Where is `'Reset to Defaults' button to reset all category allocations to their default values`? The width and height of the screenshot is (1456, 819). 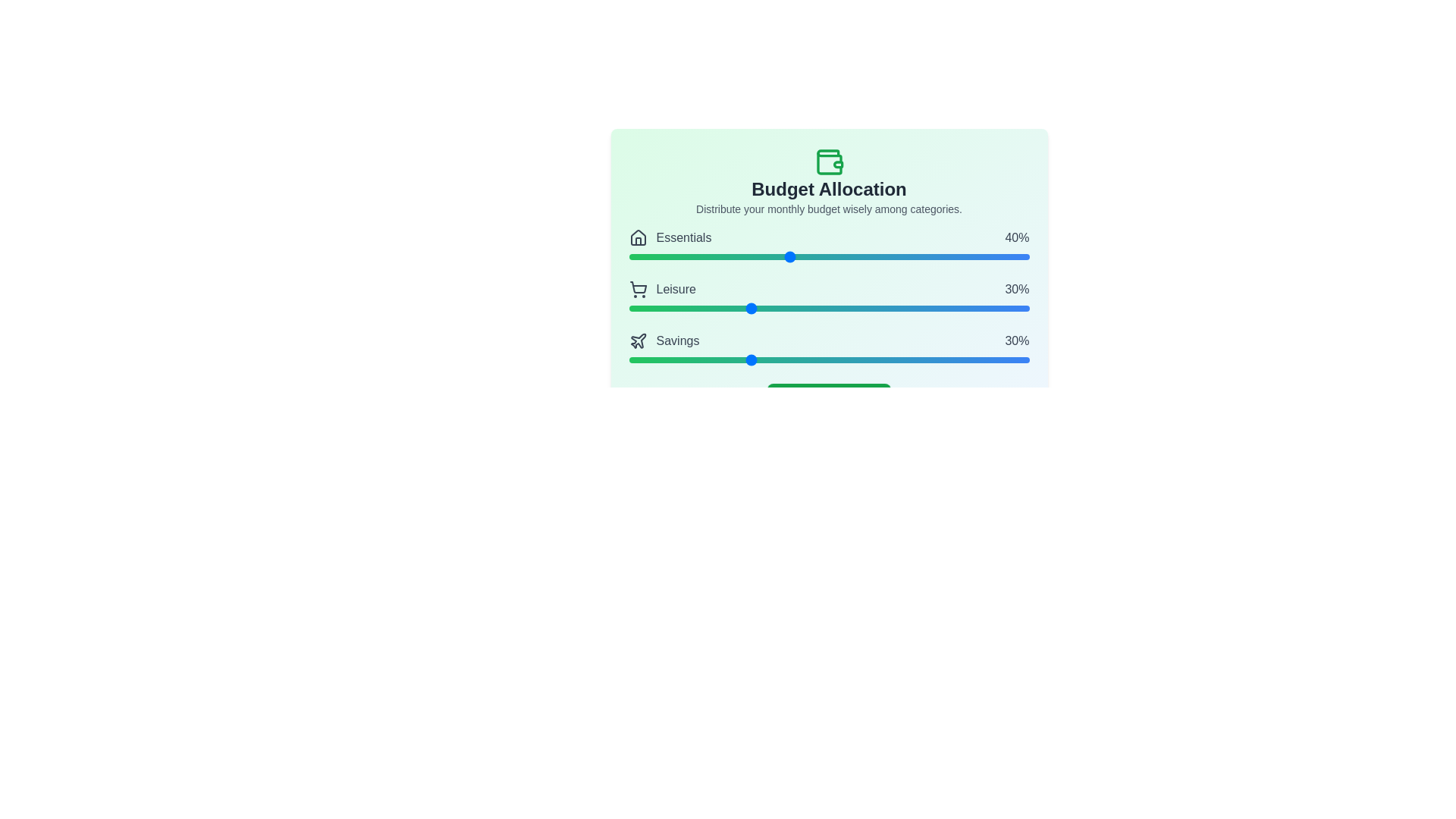
'Reset to Defaults' button to reset all category allocations to their default values is located at coordinates (828, 397).